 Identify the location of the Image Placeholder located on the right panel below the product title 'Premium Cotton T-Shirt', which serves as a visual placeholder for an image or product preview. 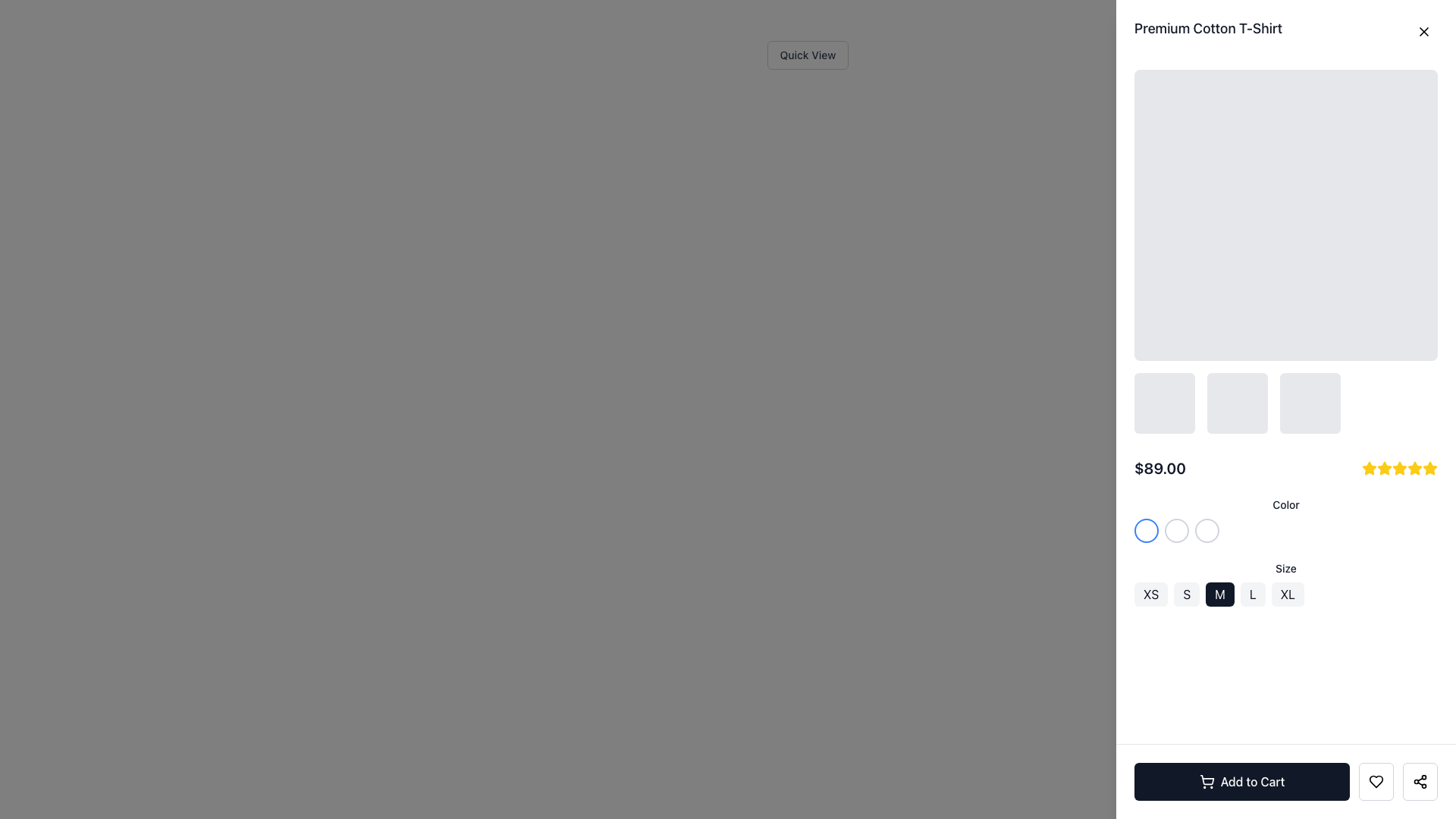
(1285, 250).